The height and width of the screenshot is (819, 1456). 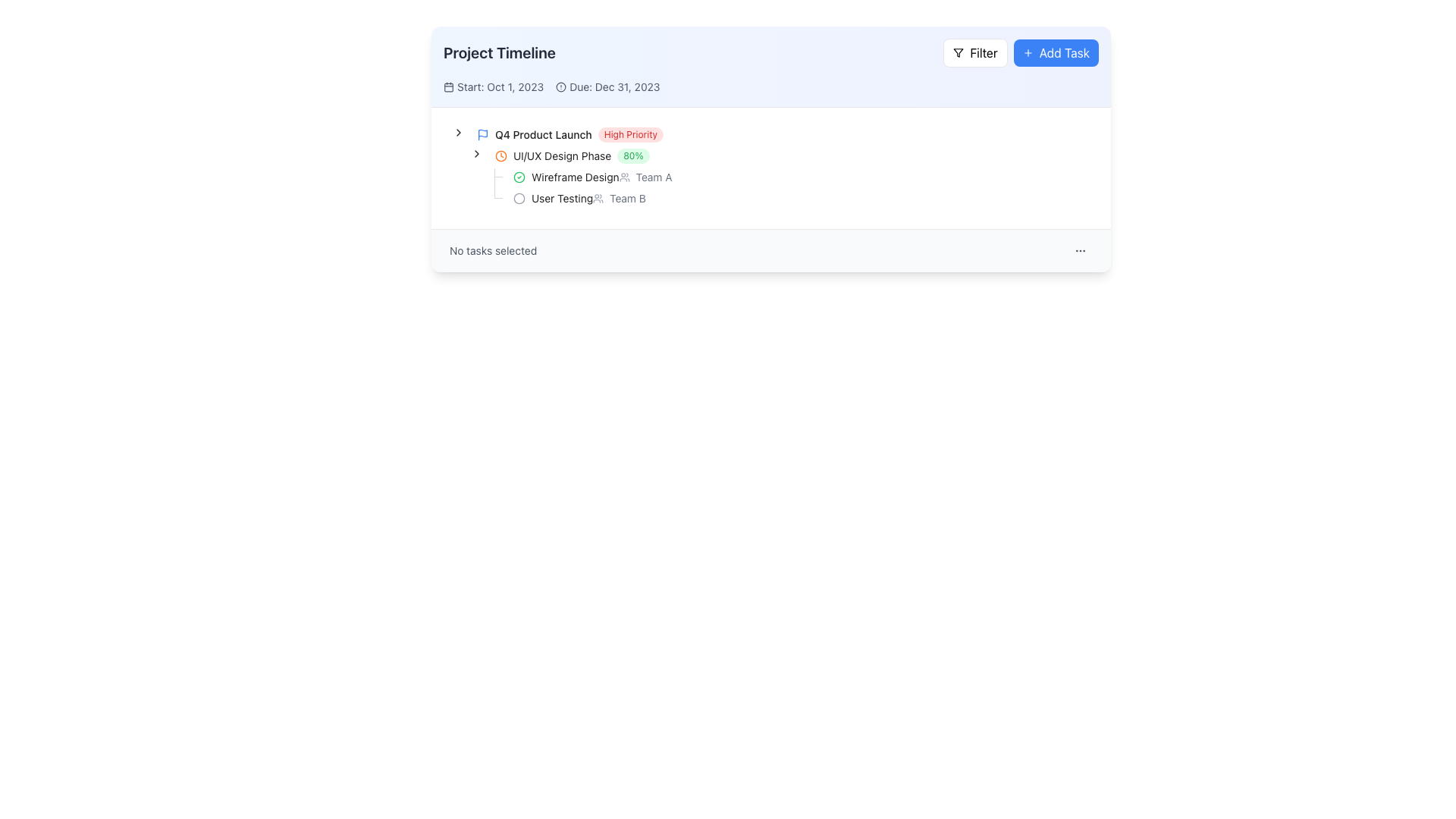 I want to click on the text label that indicates a specific due date, located beside the 'Start: Oct 1, 2023' element in the top section of the page, so click(x=607, y=87).